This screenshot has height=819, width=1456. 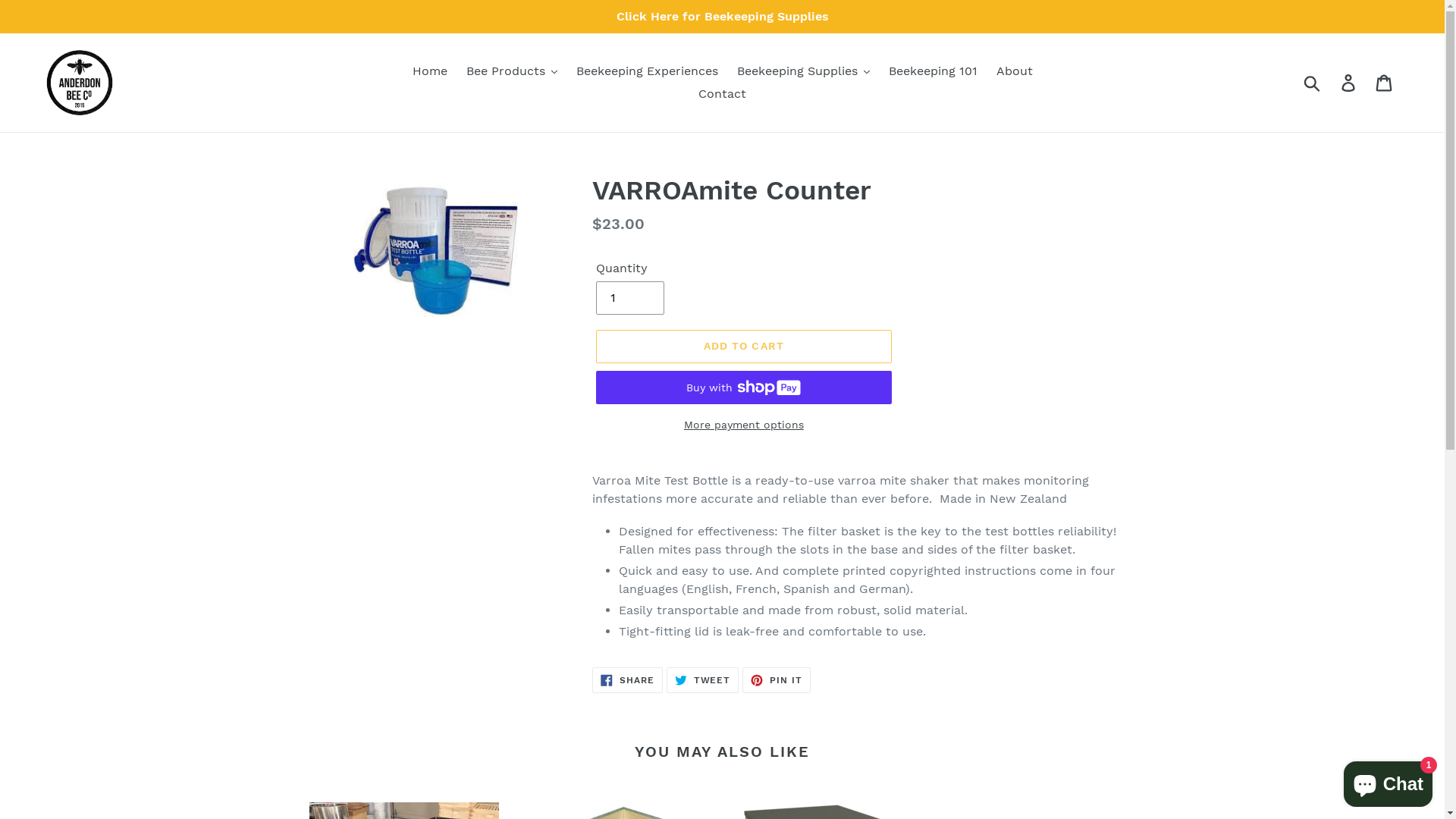 What do you see at coordinates (1015, 71) in the screenshot?
I see `'About'` at bounding box center [1015, 71].